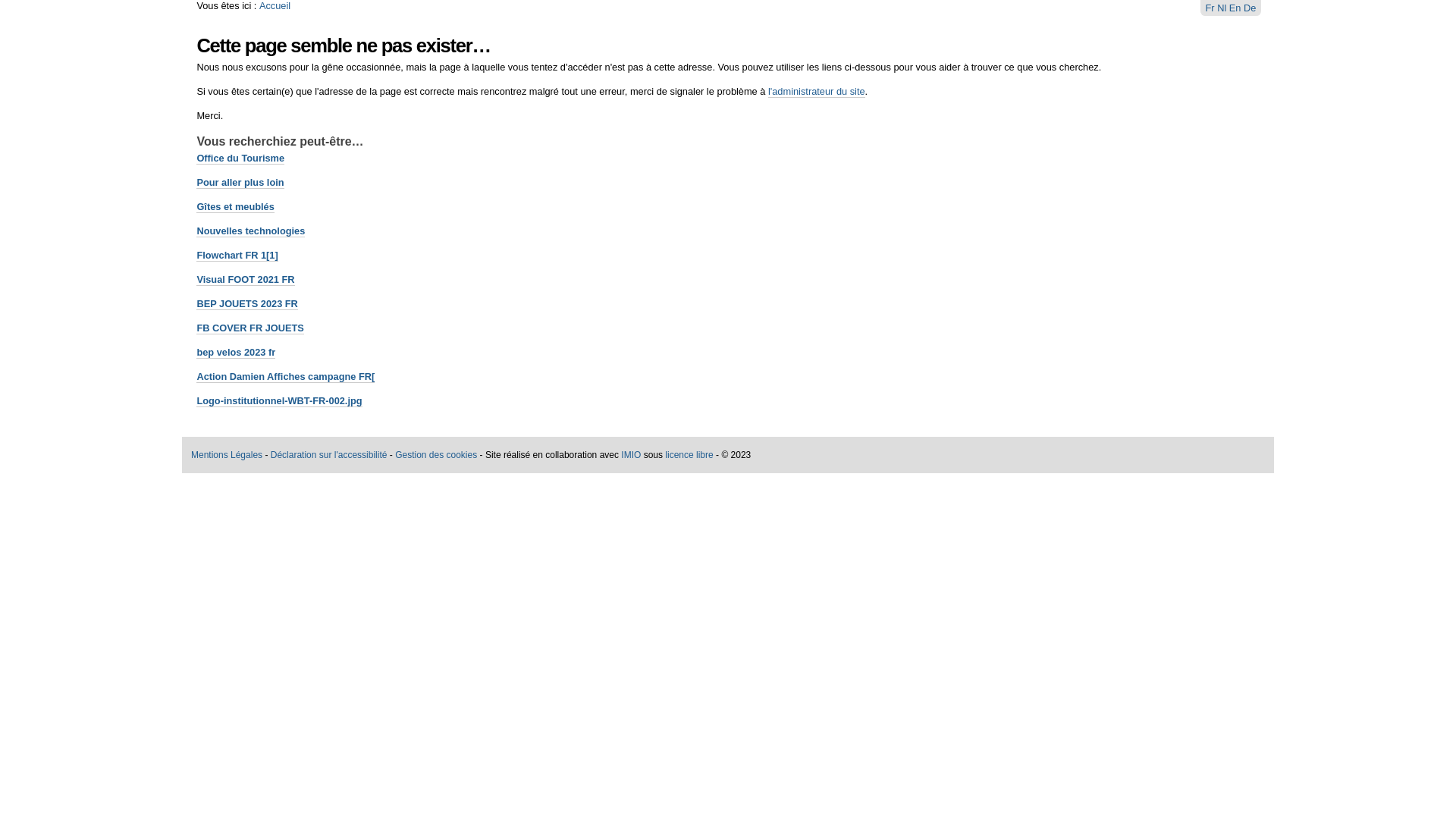 Image resolution: width=1456 pixels, height=819 pixels. Describe the element at coordinates (1244, 8) in the screenshot. I see `'De'` at that location.